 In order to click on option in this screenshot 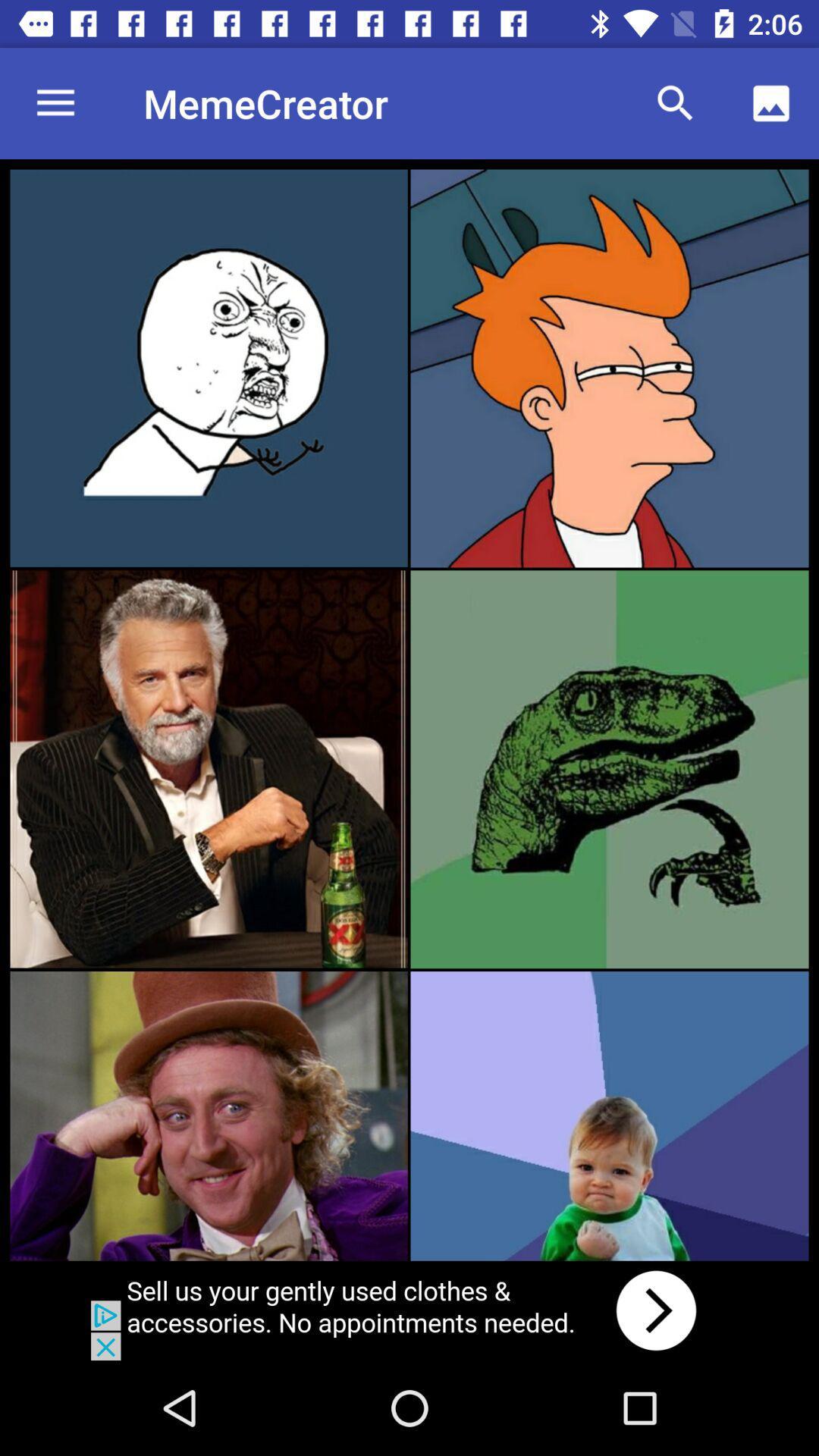, I will do `click(608, 1116)`.